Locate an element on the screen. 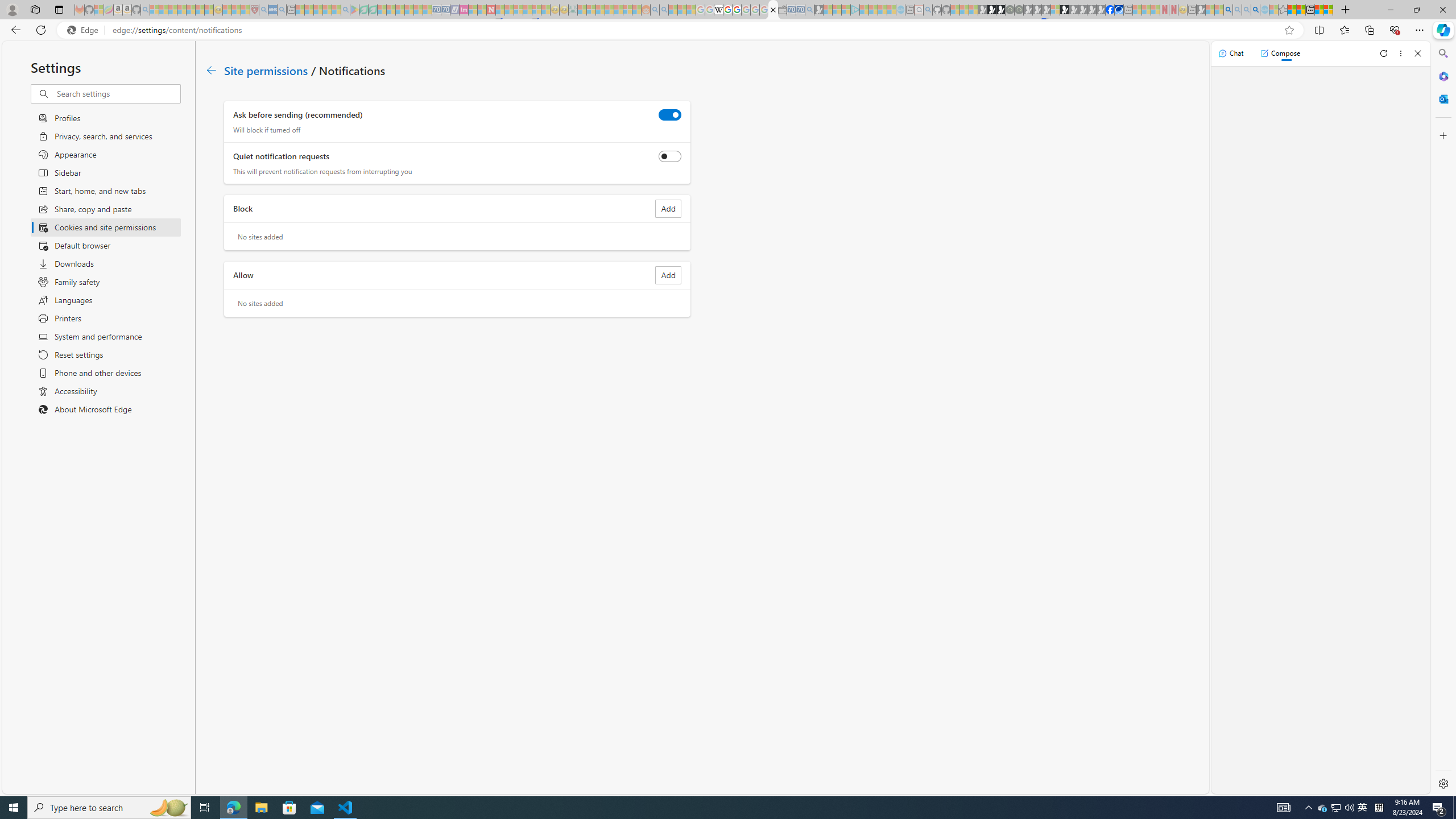  'Add site to Allow list' is located at coordinates (668, 274).